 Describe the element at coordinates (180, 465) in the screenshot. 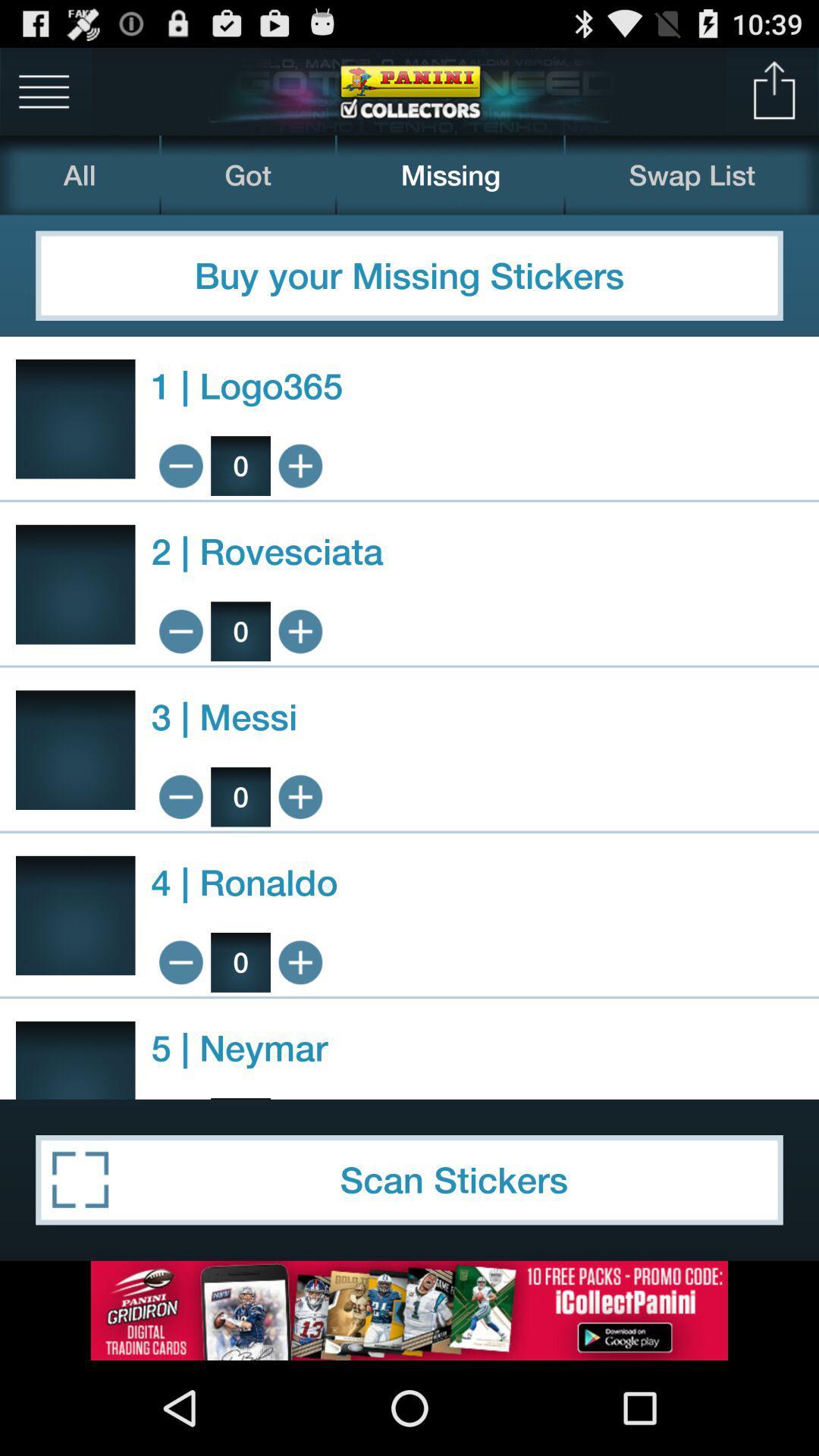

I see `zoom` at that location.